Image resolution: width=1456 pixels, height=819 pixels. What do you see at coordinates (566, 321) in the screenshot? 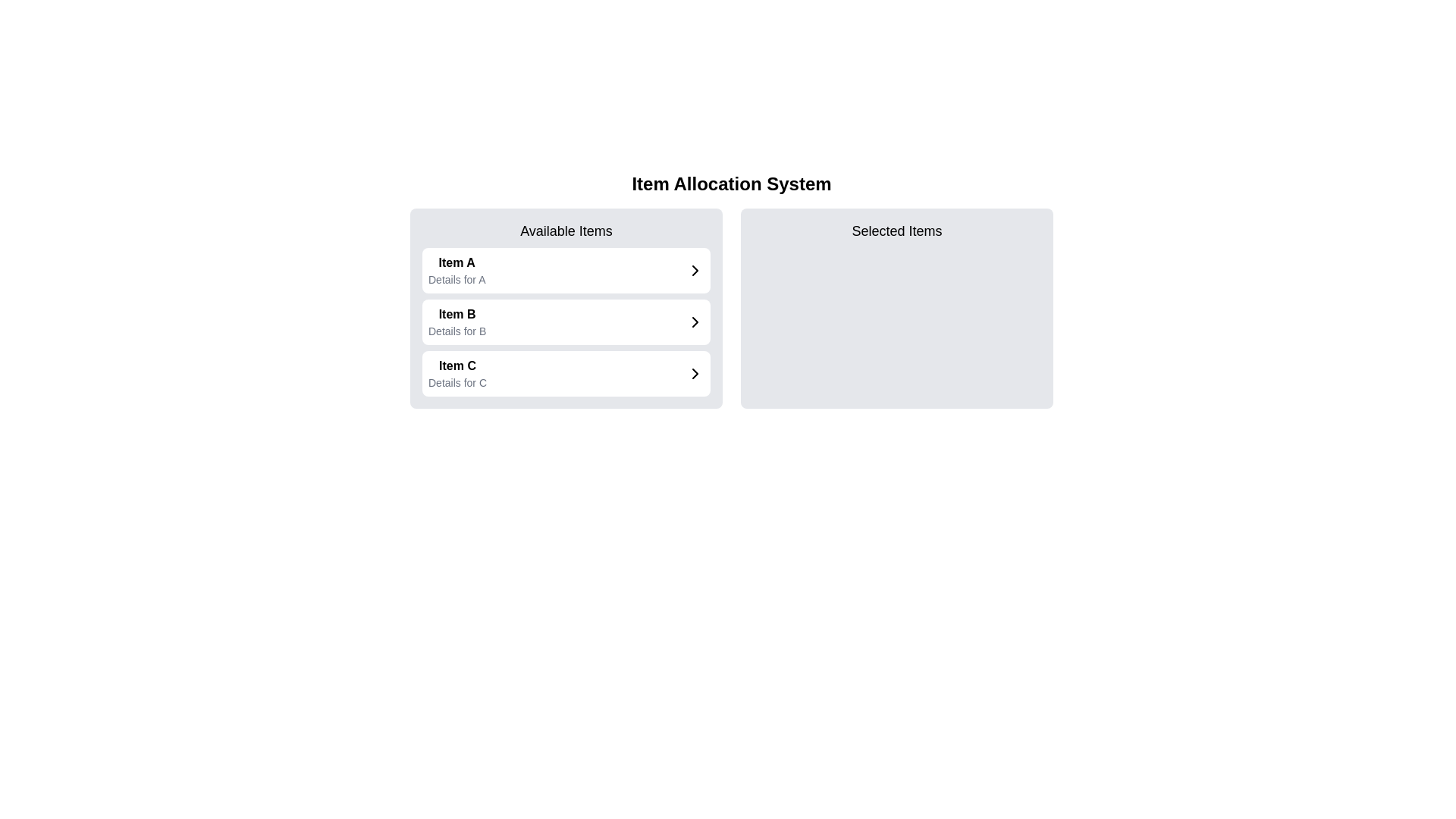
I see `the second card entry titled 'Item B' in the 'Available Items' list` at bounding box center [566, 321].